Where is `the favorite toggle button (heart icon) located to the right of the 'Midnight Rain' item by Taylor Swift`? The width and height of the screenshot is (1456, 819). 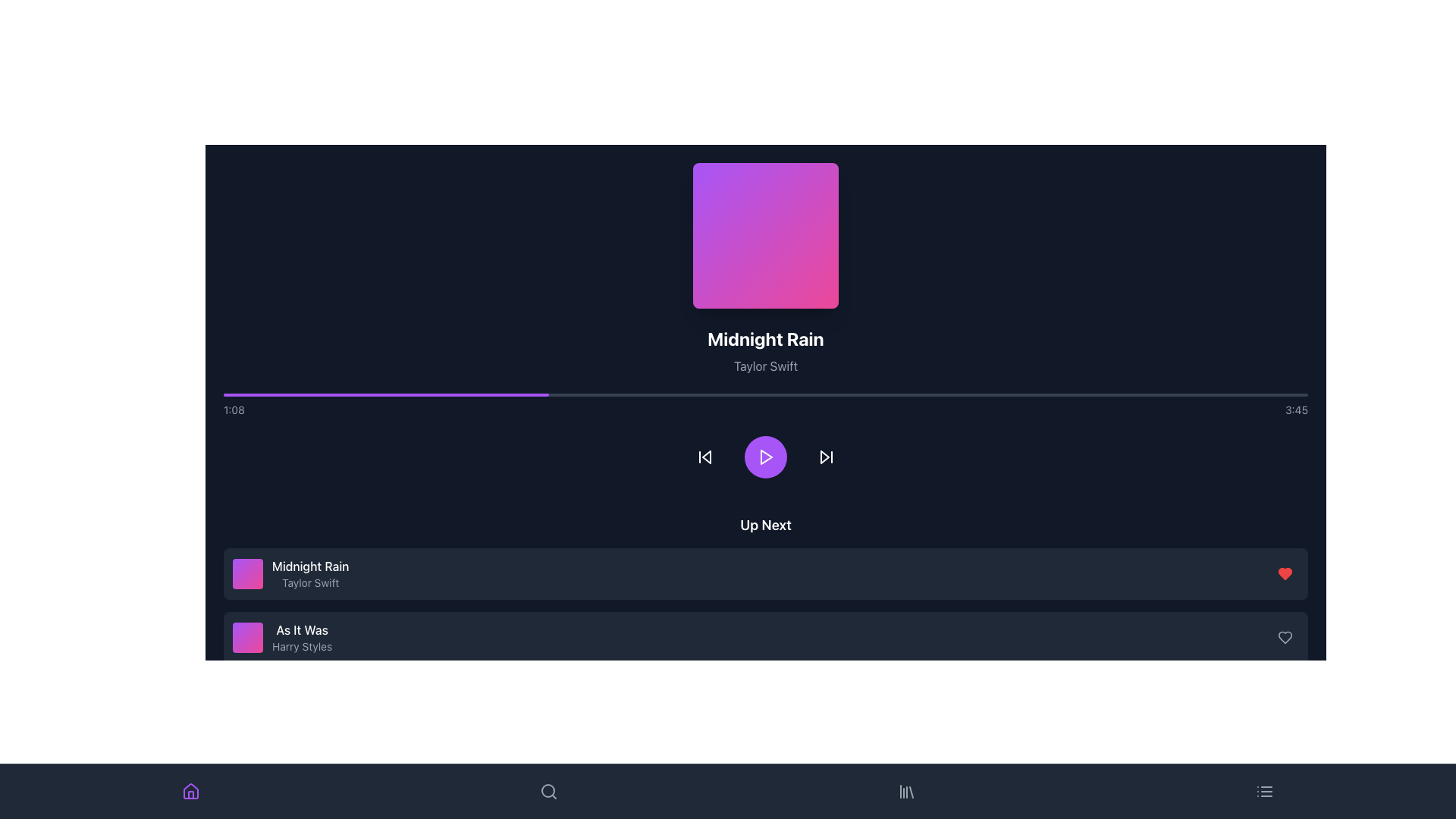
the favorite toggle button (heart icon) located to the right of the 'Midnight Rain' item by Taylor Swift is located at coordinates (1284, 573).